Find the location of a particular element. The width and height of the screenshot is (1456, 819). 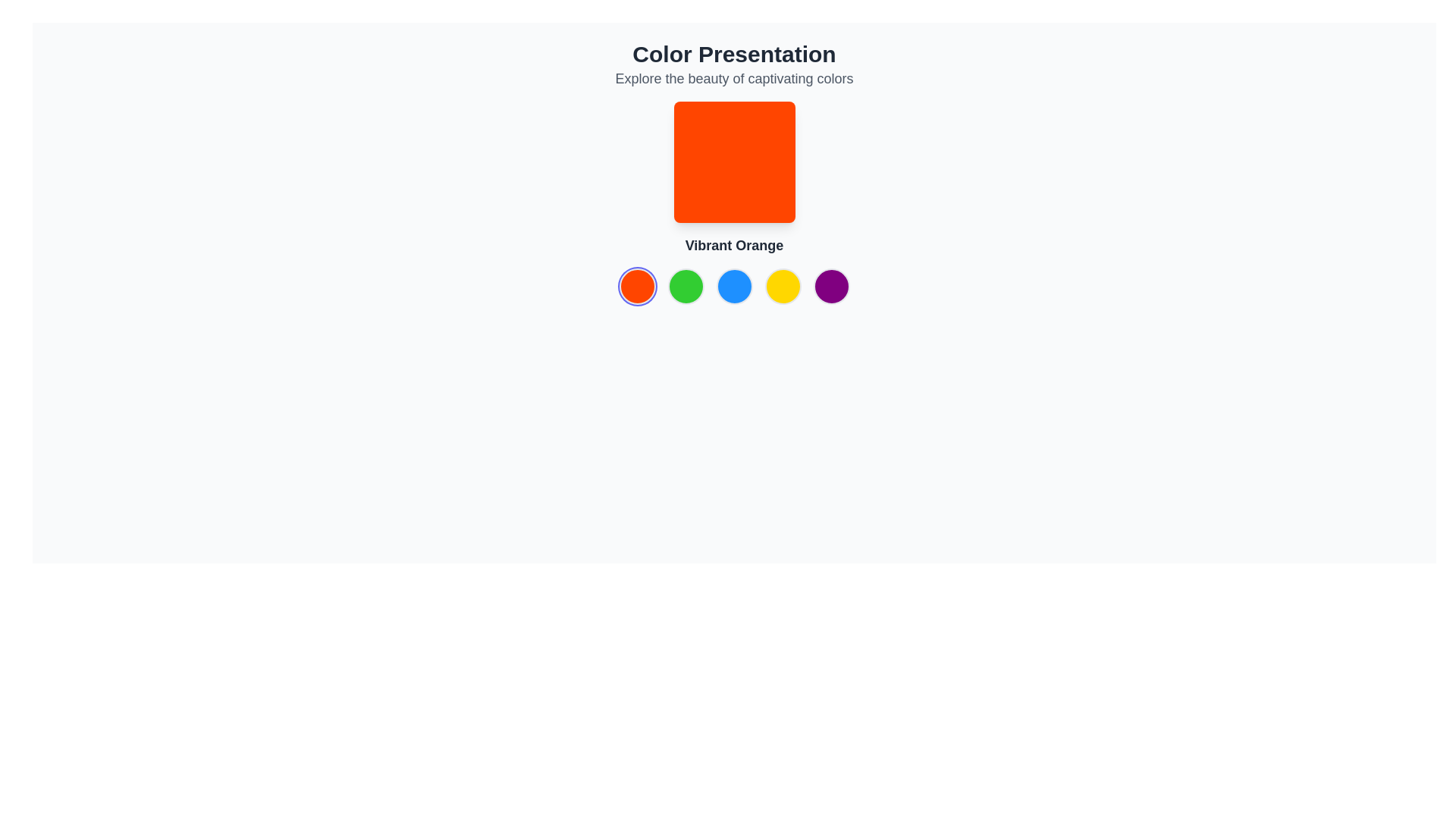

the leftmost circular button representing the 'Orange' color selection under the 'Color Presentation' section is located at coordinates (637, 287).